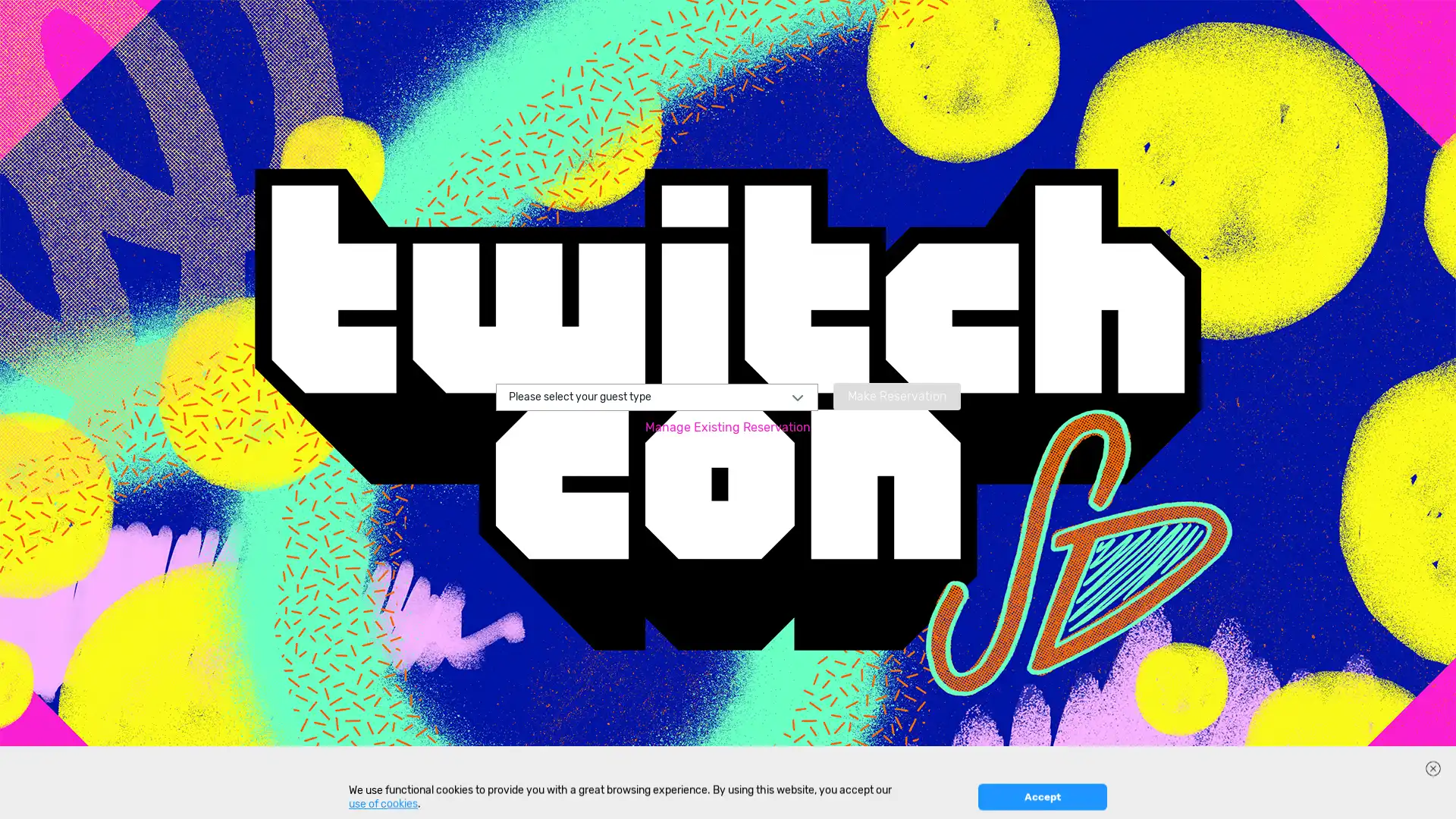  What do you see at coordinates (896, 394) in the screenshot?
I see `Make Reservation` at bounding box center [896, 394].